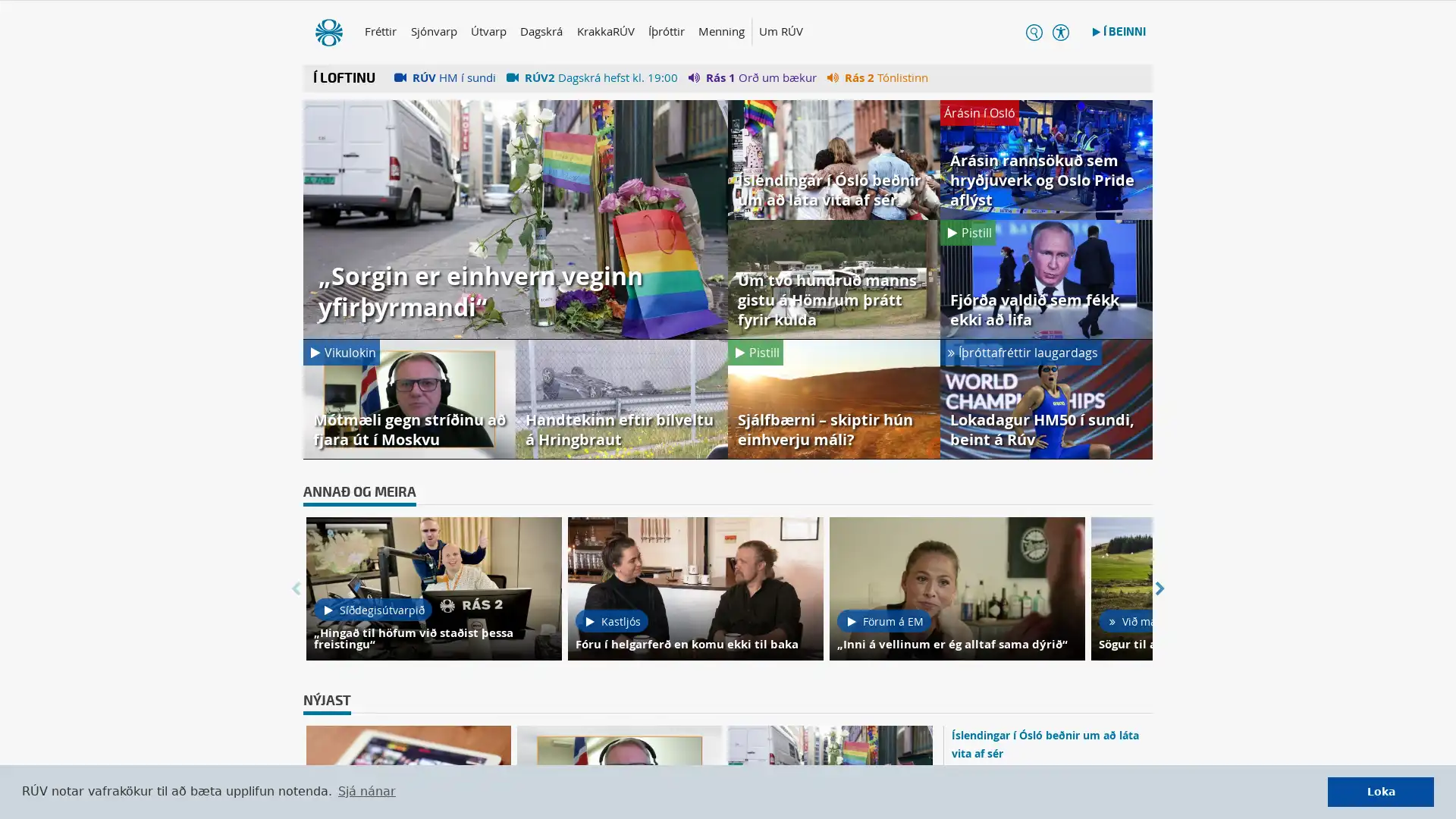 Image resolution: width=1456 pixels, height=819 pixels. What do you see at coordinates (366, 791) in the screenshot?
I see `learn more about cookies` at bounding box center [366, 791].